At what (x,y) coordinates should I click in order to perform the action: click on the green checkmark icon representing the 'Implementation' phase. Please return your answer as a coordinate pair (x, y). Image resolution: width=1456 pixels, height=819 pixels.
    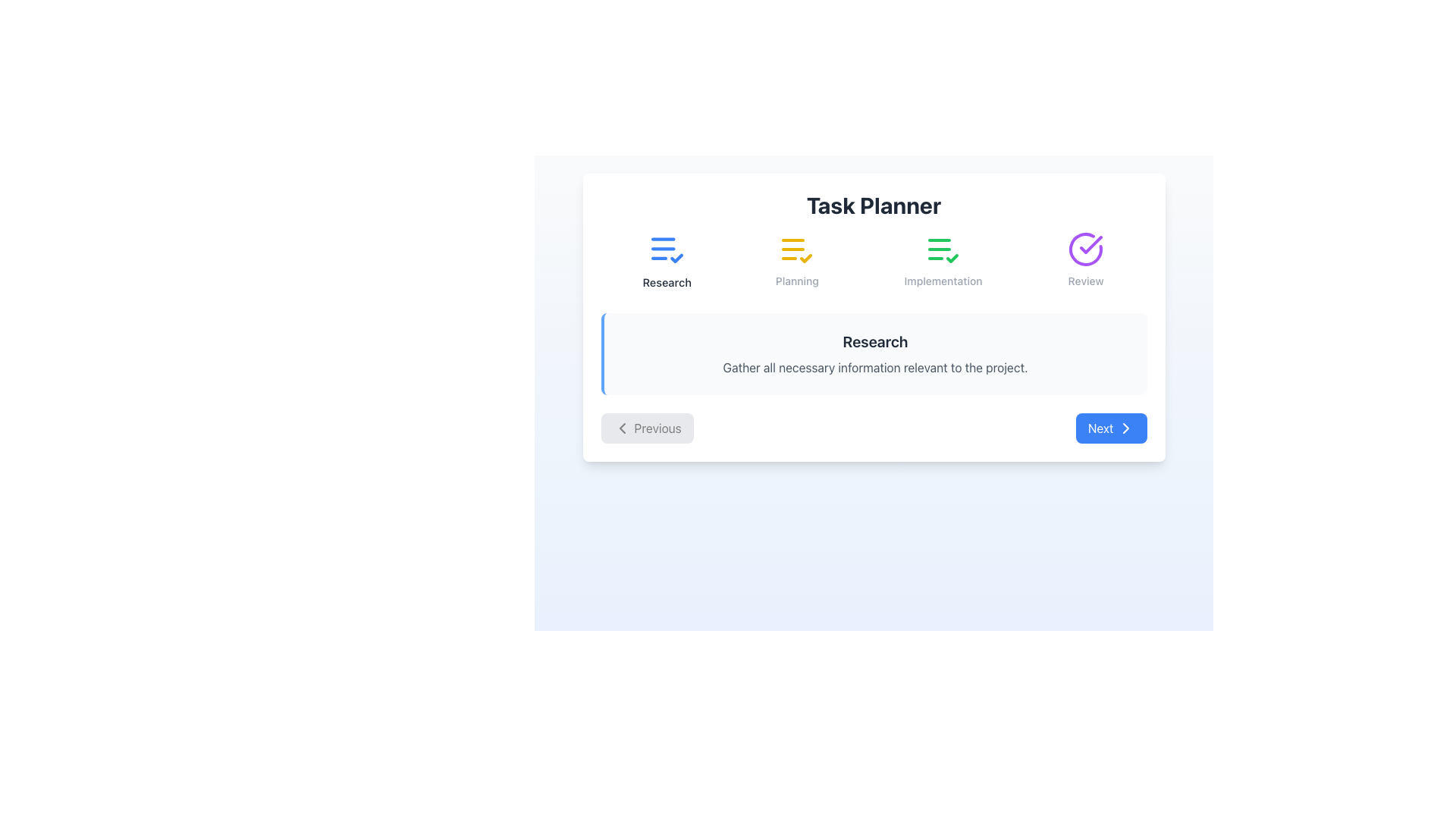
    Looking at the image, I should click on (942, 248).